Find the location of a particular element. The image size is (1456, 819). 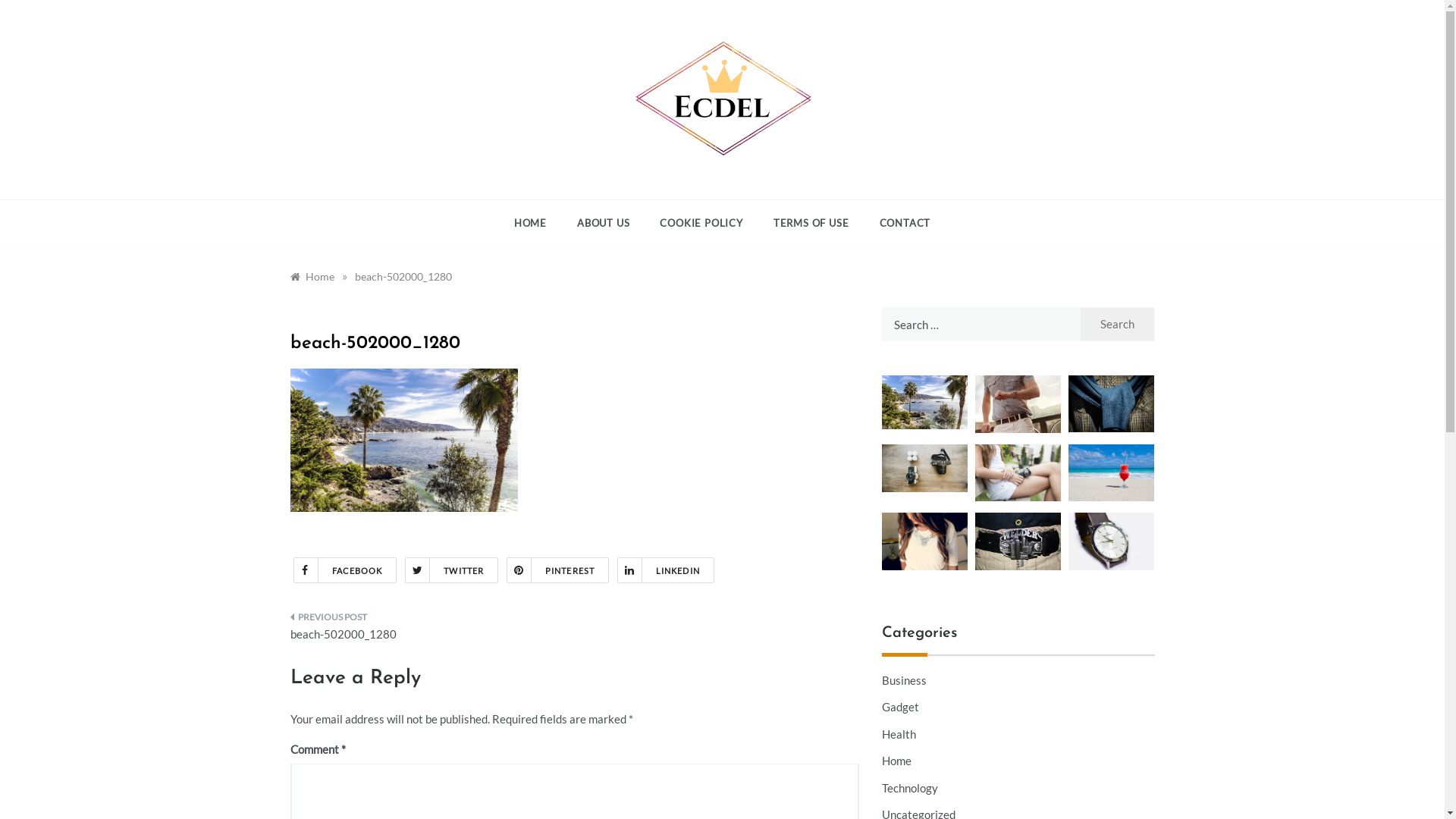

'Search' is located at coordinates (1079, 323).